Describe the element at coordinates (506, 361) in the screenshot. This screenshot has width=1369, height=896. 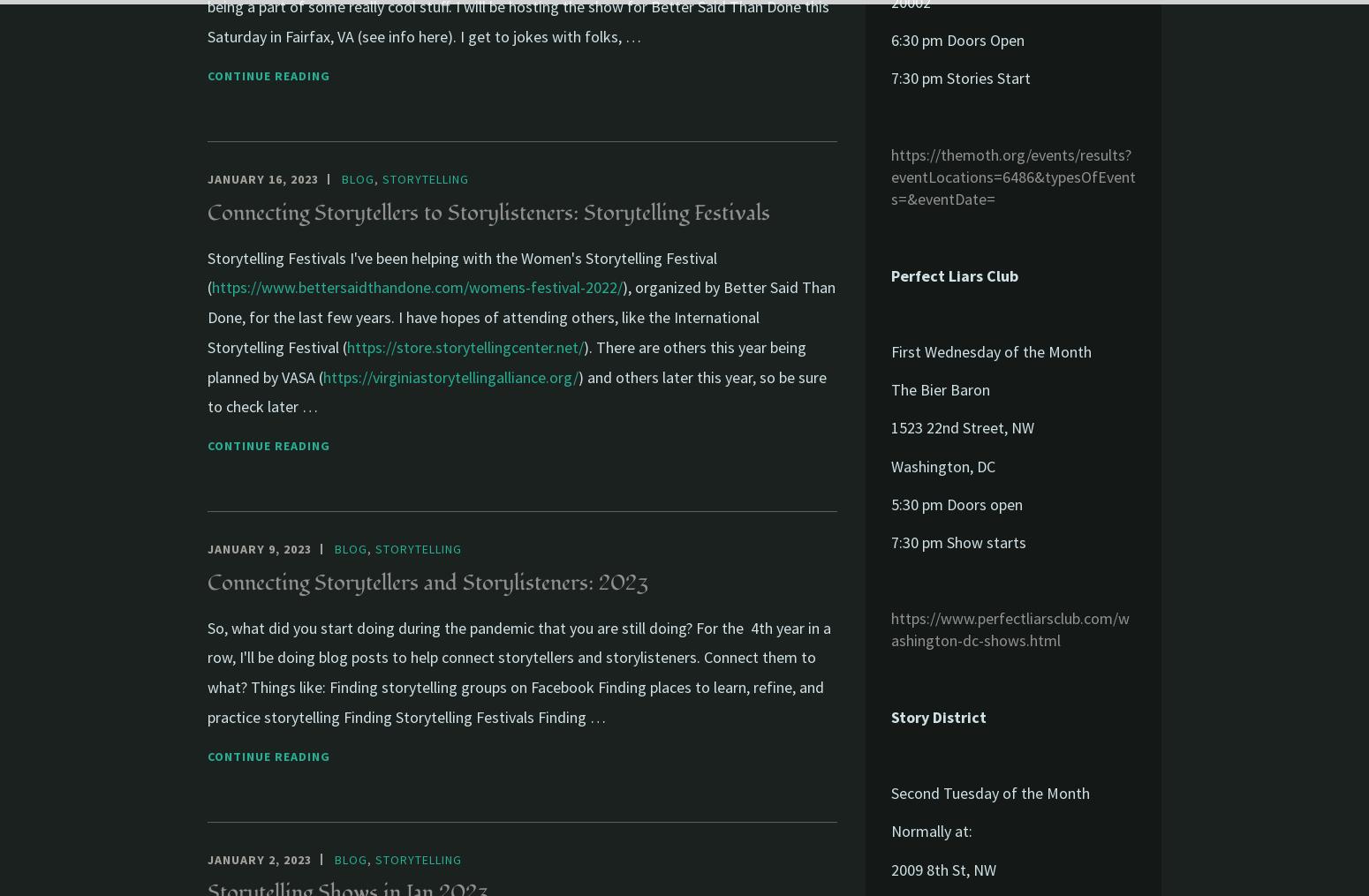
I see `'). There are others this year being planned by VASA ('` at that location.